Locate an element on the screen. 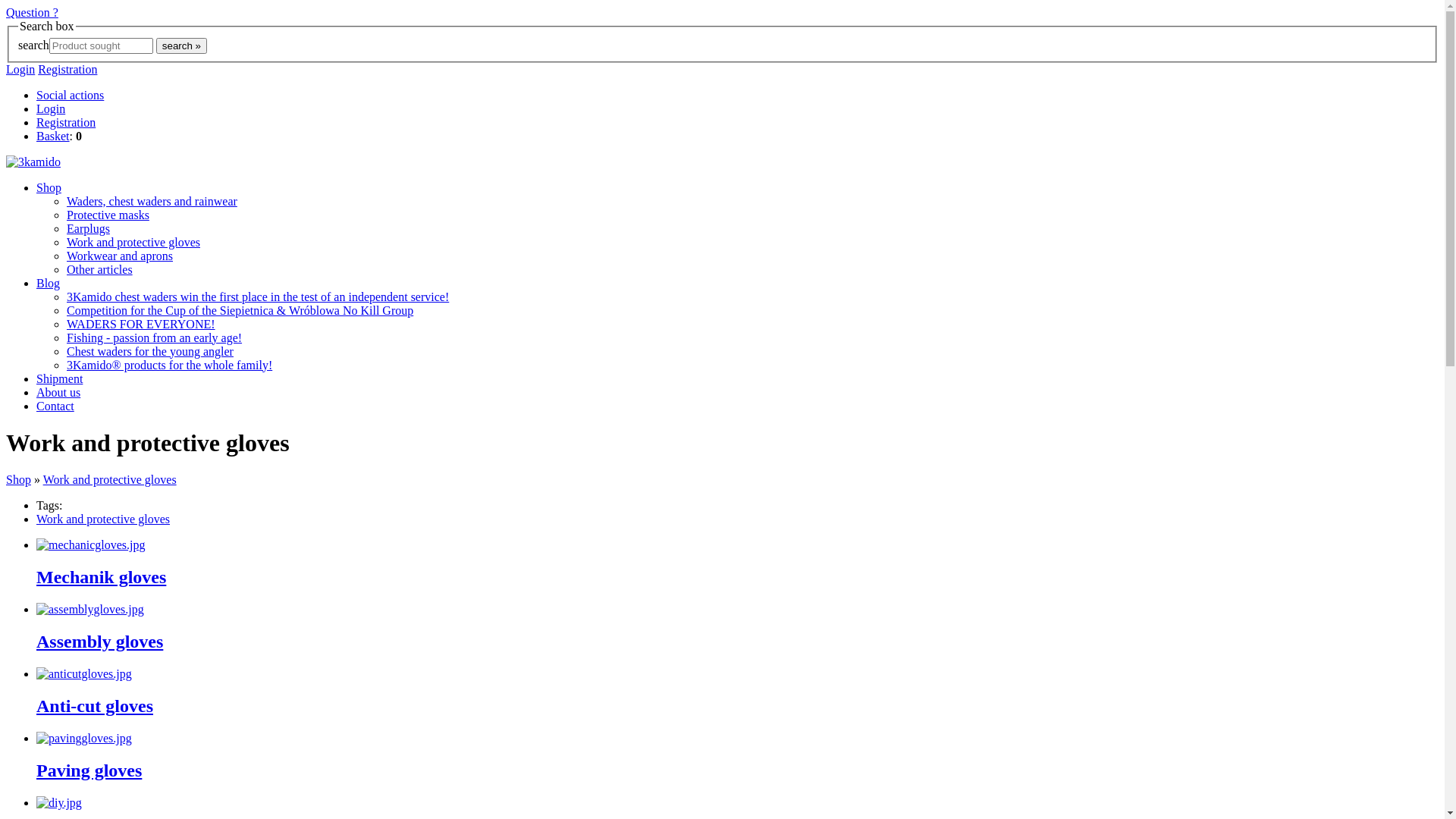 The image size is (1456, 819). 'WADERS FOR EVERYONE!' is located at coordinates (141, 323).